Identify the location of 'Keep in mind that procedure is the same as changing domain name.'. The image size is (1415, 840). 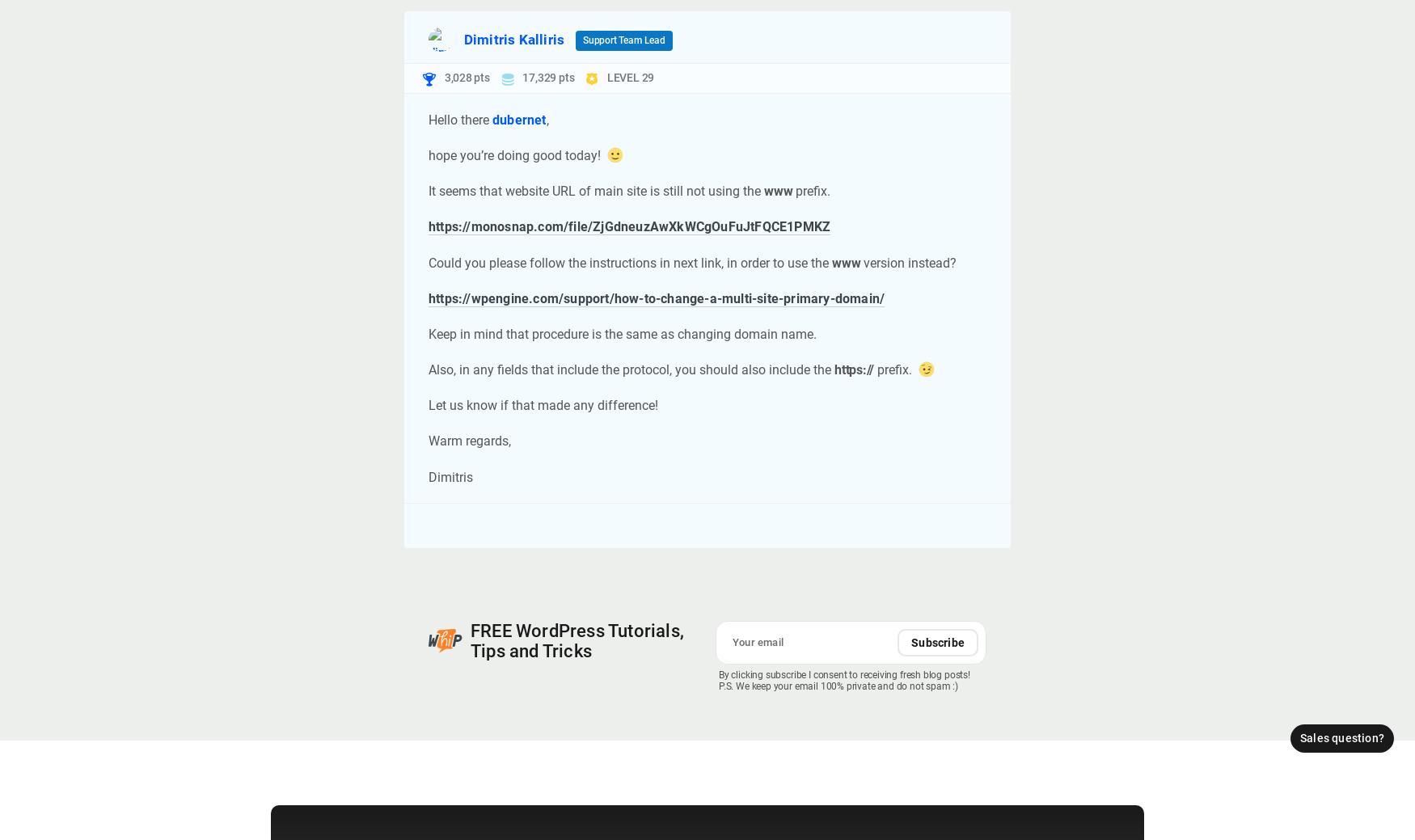
(622, 332).